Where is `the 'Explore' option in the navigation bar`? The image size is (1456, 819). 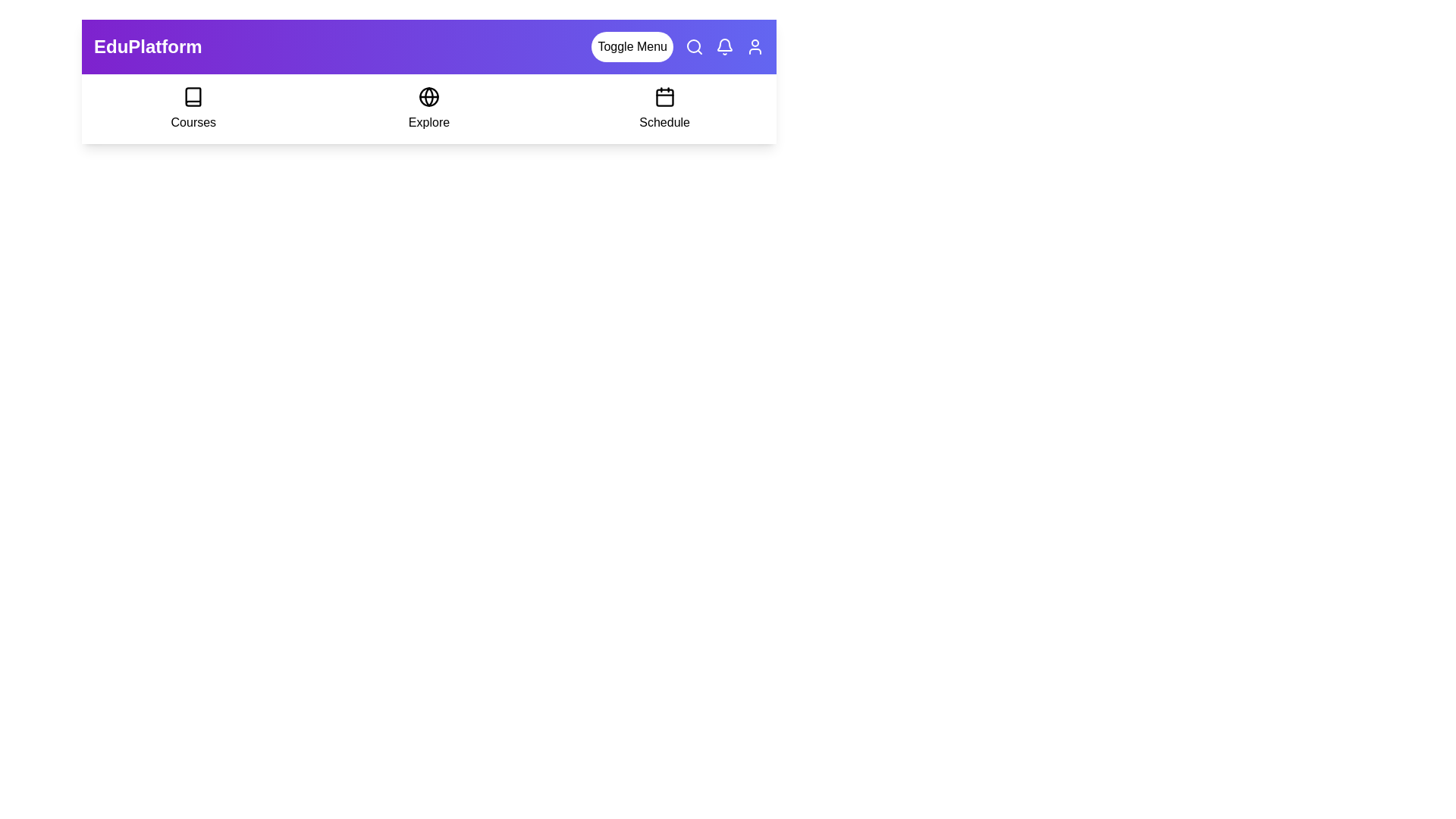
the 'Explore' option in the navigation bar is located at coordinates (428, 108).